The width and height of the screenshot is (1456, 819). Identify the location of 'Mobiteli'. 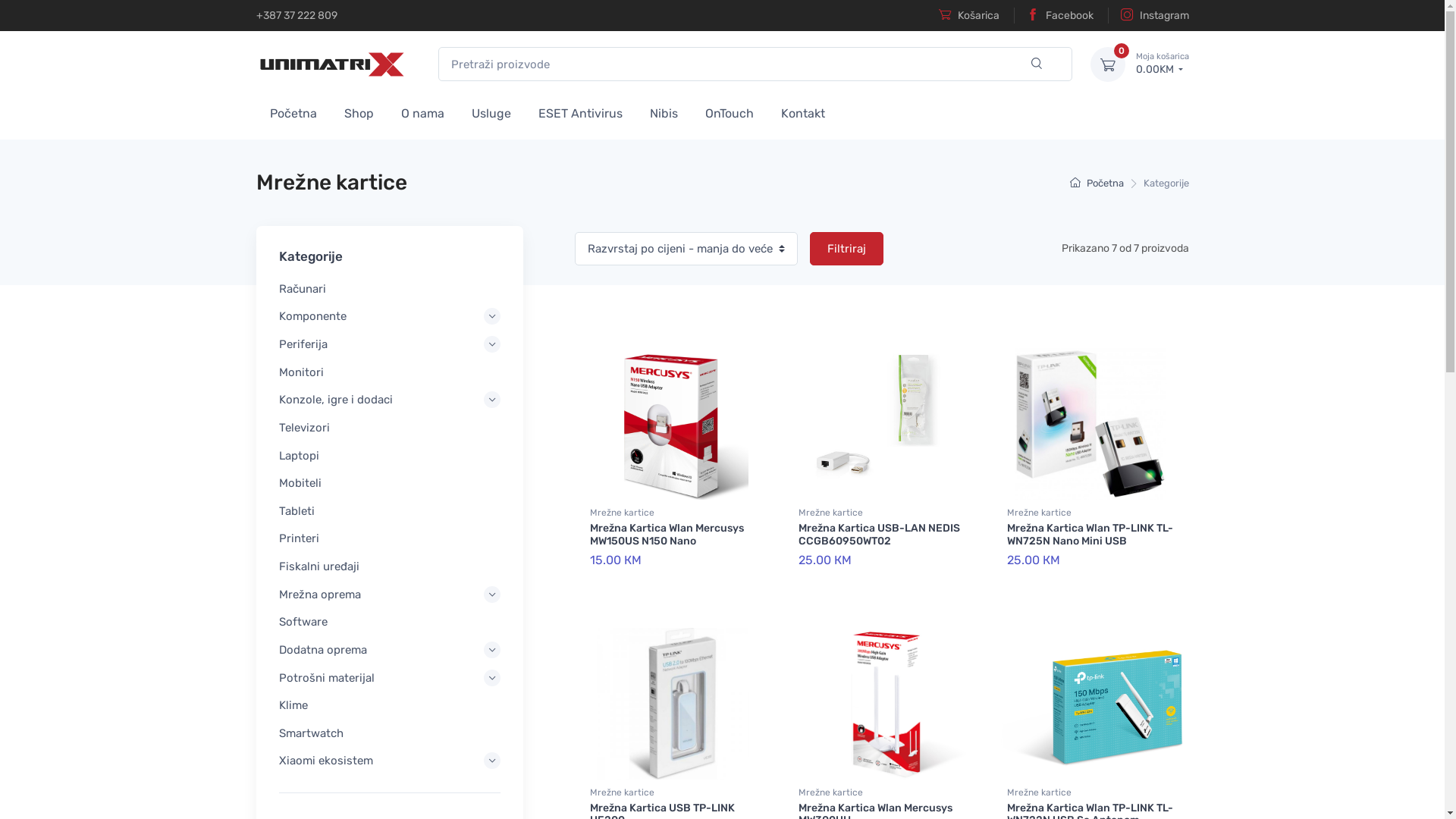
(279, 482).